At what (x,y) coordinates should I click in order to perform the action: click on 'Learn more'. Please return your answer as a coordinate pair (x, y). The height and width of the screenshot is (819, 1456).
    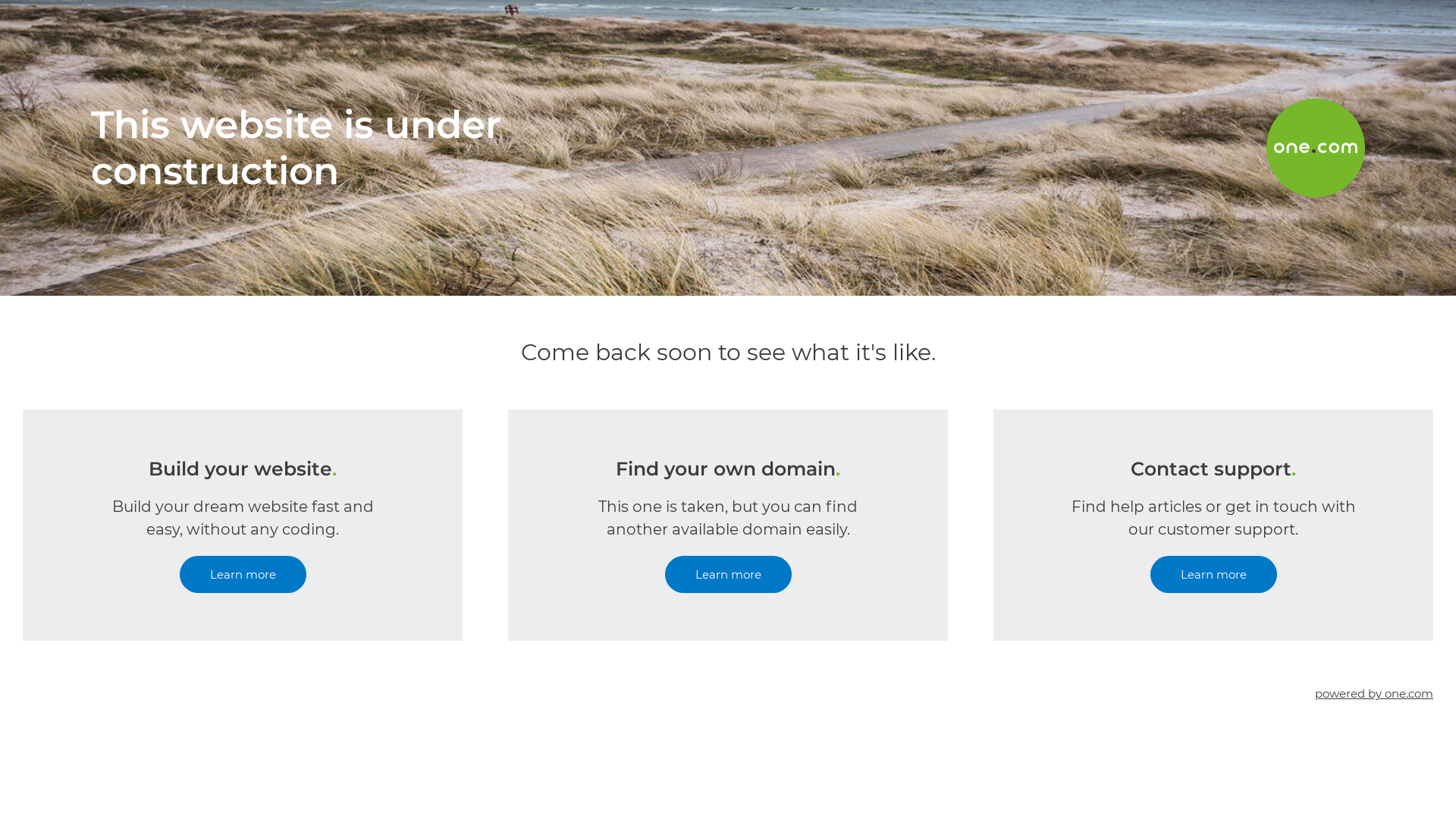
    Looking at the image, I should click on (664, 574).